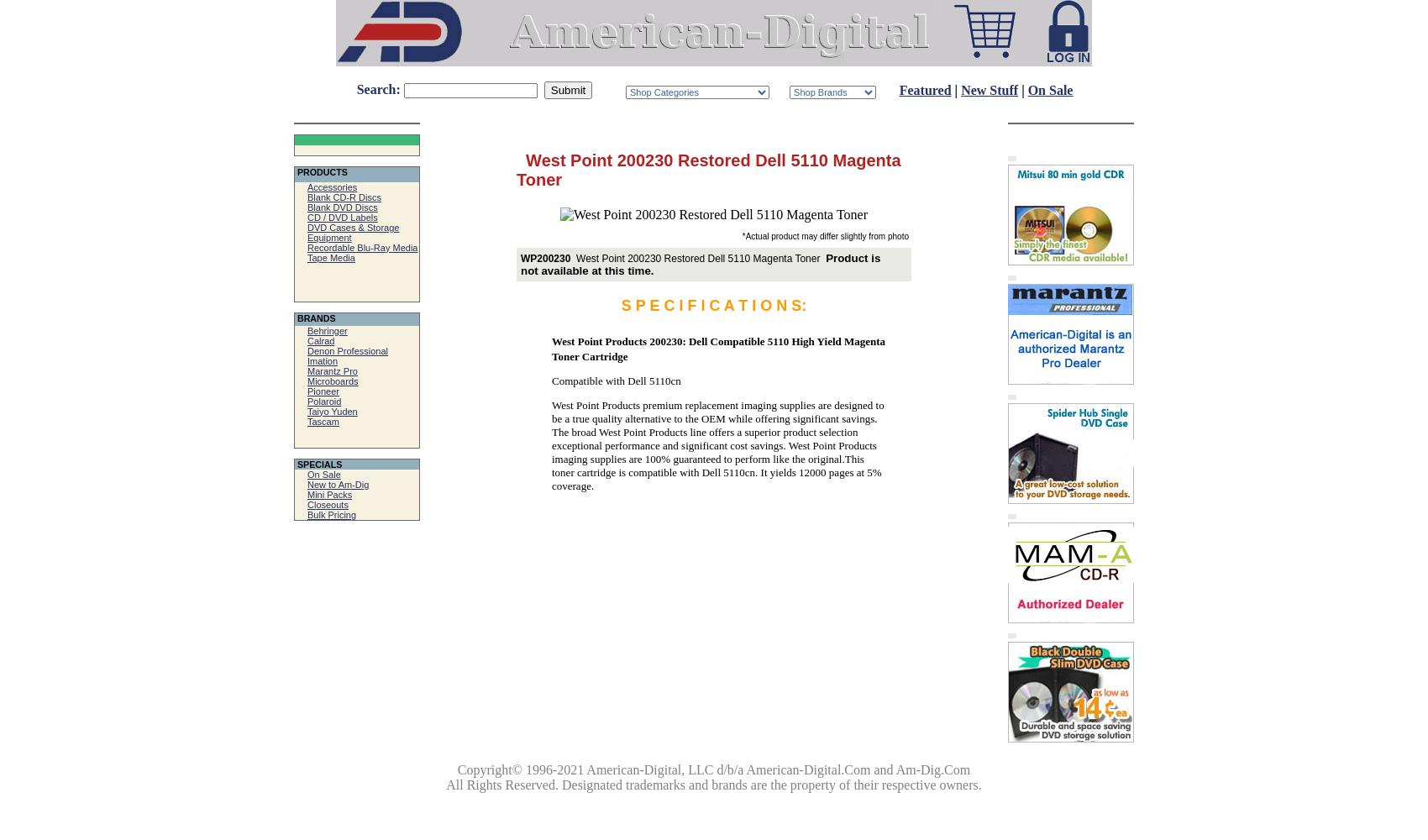 The image size is (1428, 840). Describe the element at coordinates (616, 379) in the screenshot. I see `'Compatible with Dell 5110cn'` at that location.